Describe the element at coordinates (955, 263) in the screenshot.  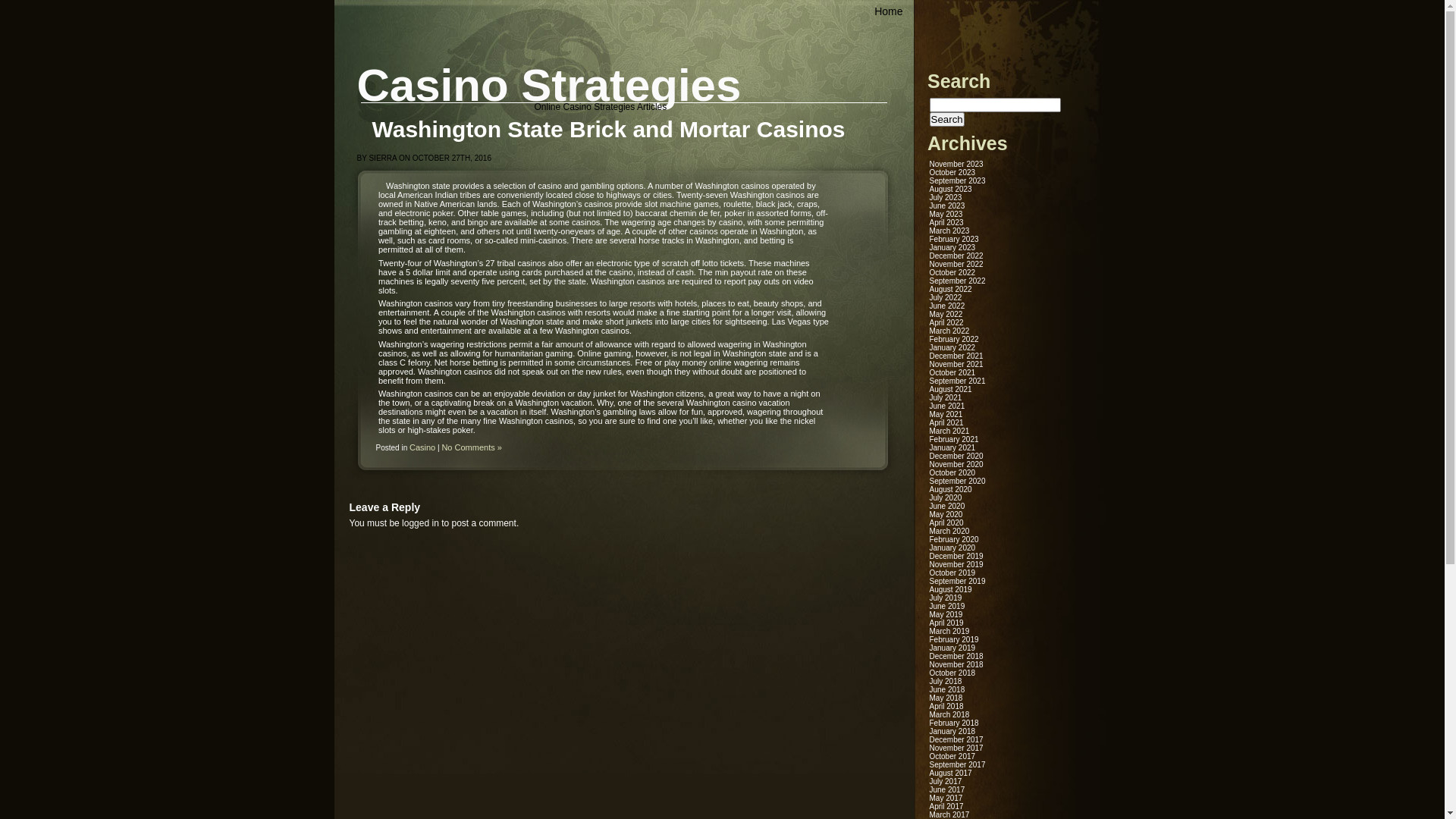
I see `'November 2022'` at that location.